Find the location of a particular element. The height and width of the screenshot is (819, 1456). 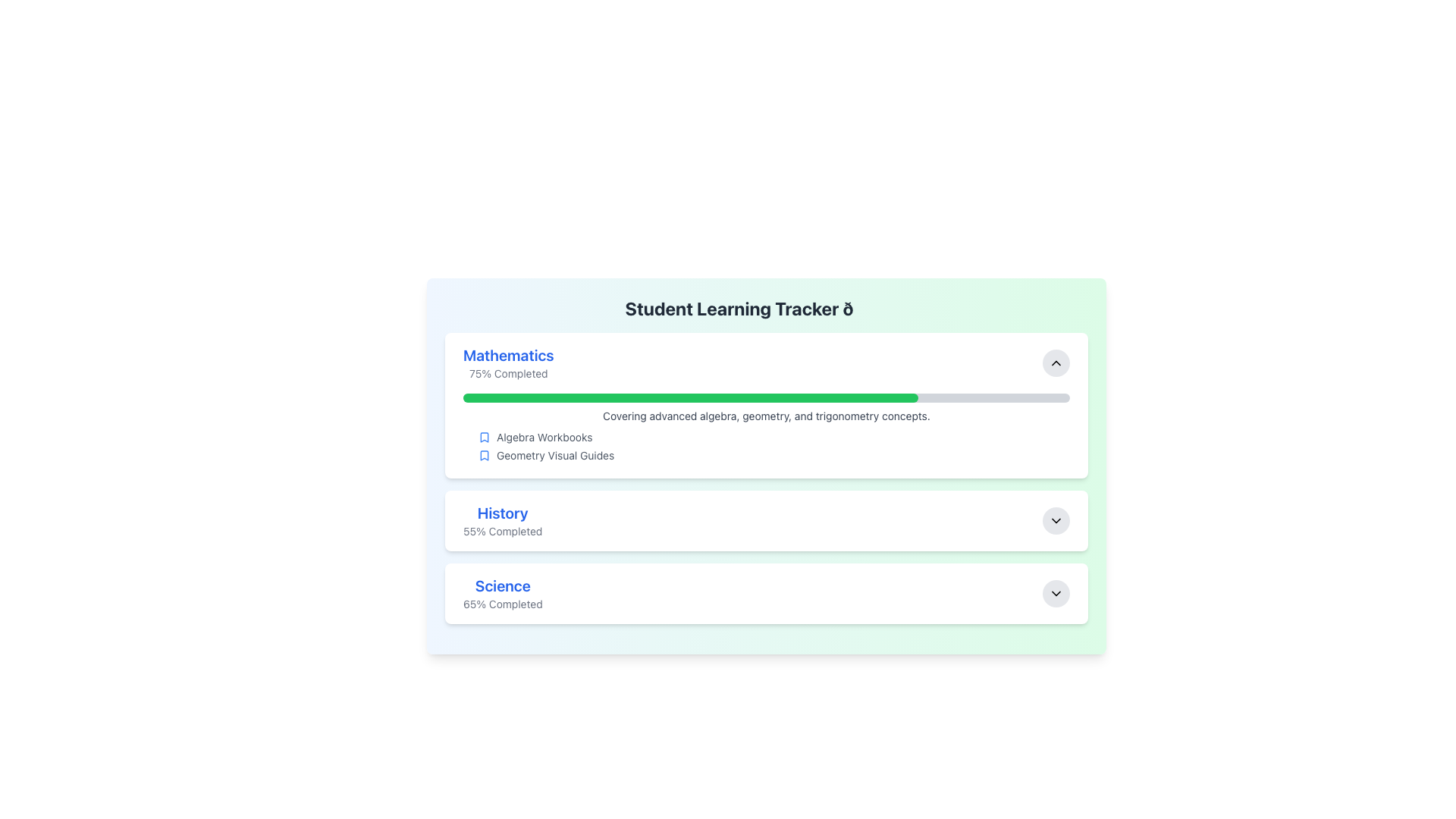

the button located at the top-right of the 'Mathematics' progress section is located at coordinates (1055, 362).